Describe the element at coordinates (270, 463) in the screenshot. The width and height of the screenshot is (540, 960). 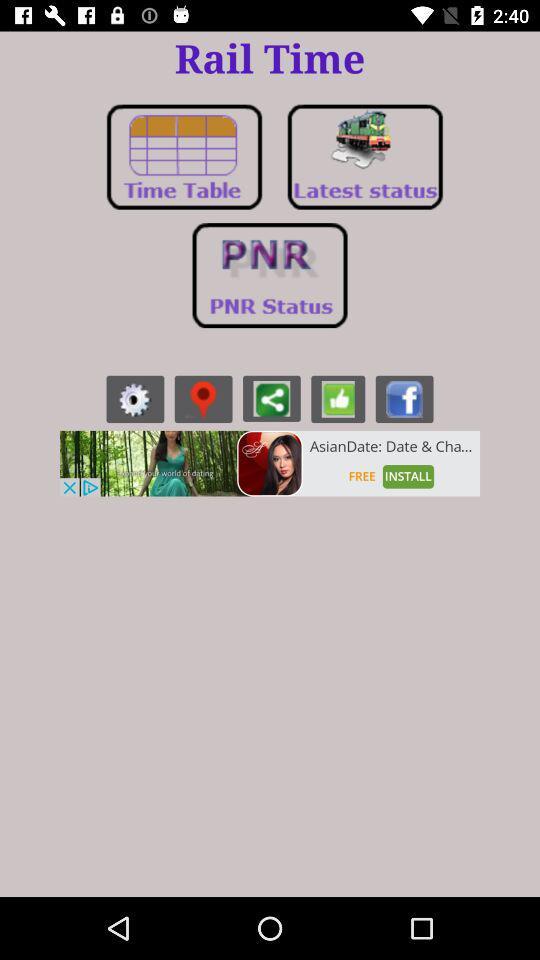
I see `click dating advertisement` at that location.